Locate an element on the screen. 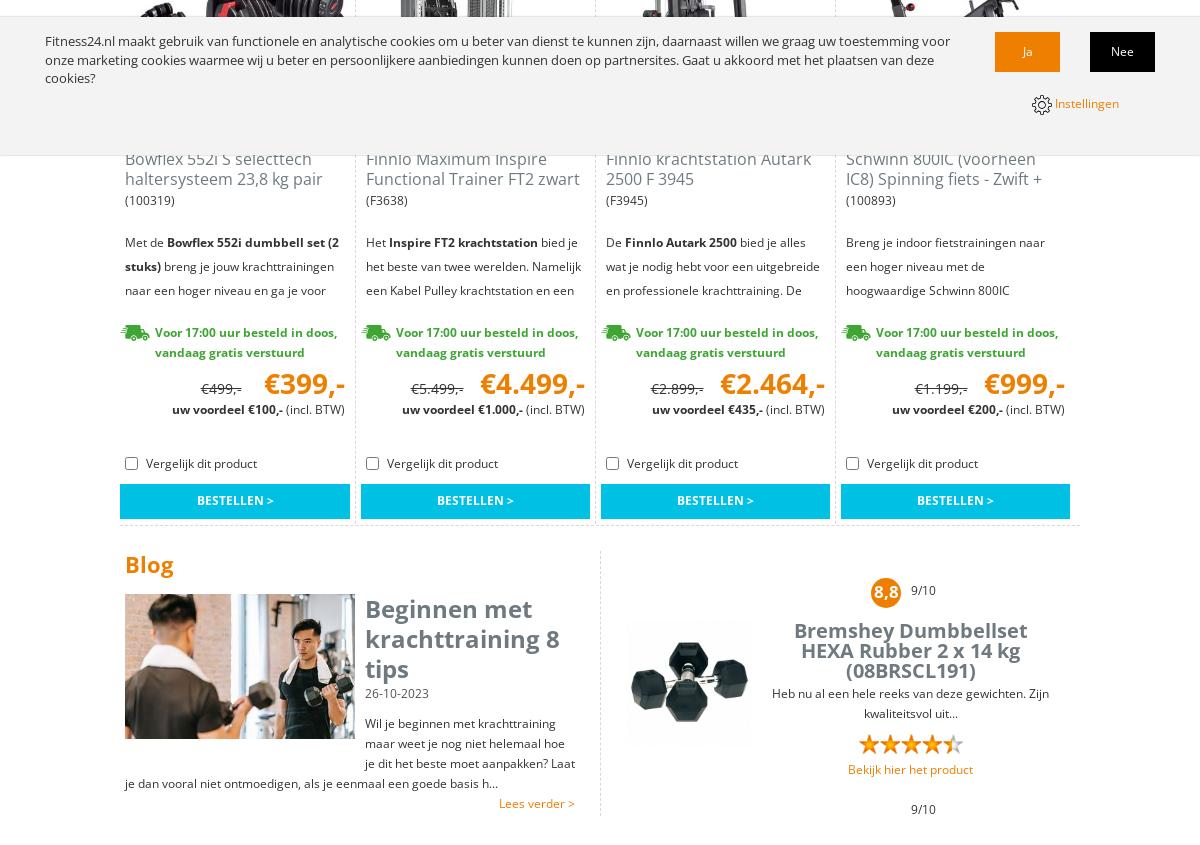 Image resolution: width=1200 pixels, height=845 pixels. 'Schwinn 800IC (voorheen IC8) Spinning fiets - Zwift + Ridesocial' is located at coordinates (845, 177).